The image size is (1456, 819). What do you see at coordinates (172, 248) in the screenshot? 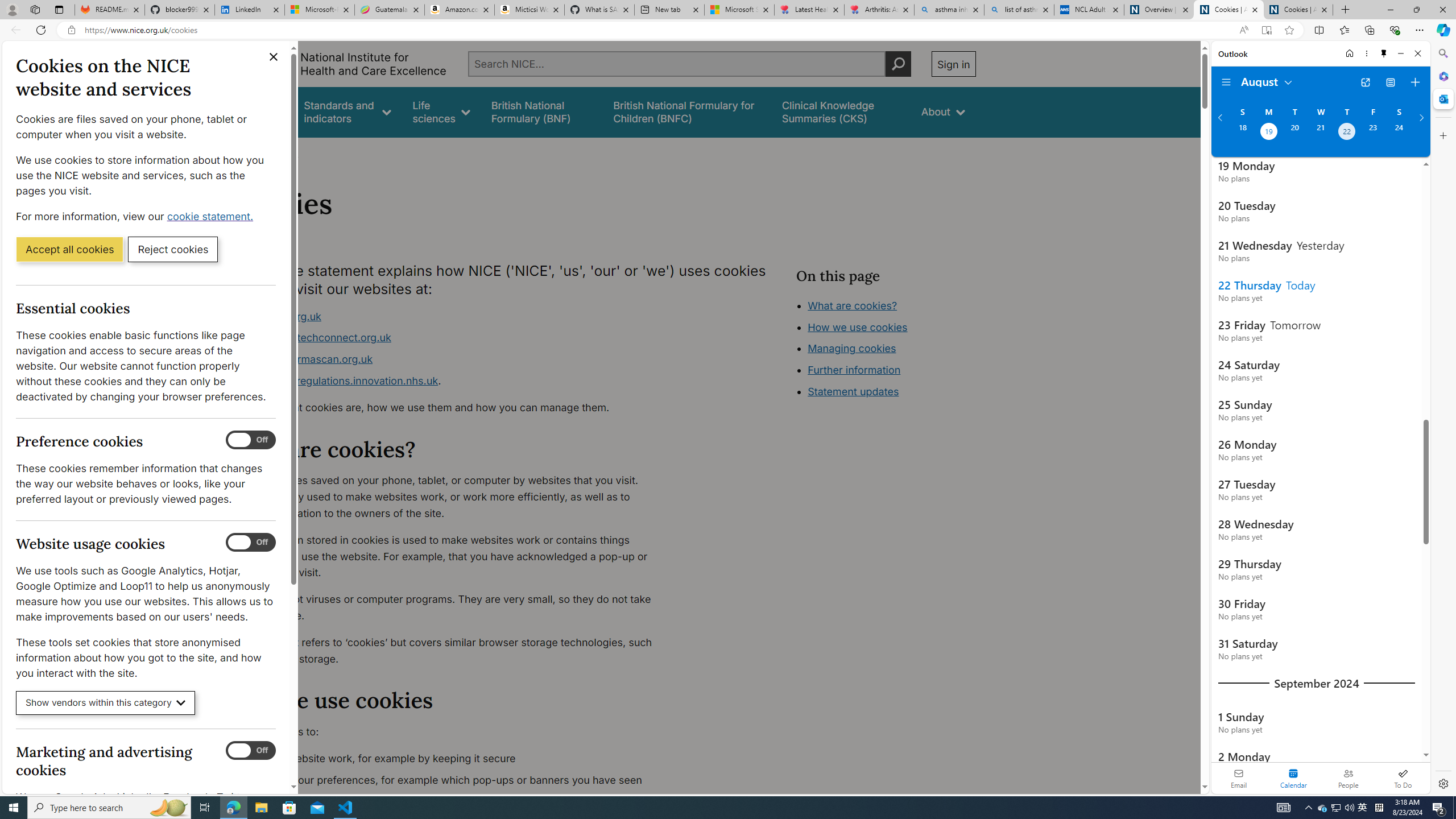
I see `'Reject cookies'` at bounding box center [172, 248].